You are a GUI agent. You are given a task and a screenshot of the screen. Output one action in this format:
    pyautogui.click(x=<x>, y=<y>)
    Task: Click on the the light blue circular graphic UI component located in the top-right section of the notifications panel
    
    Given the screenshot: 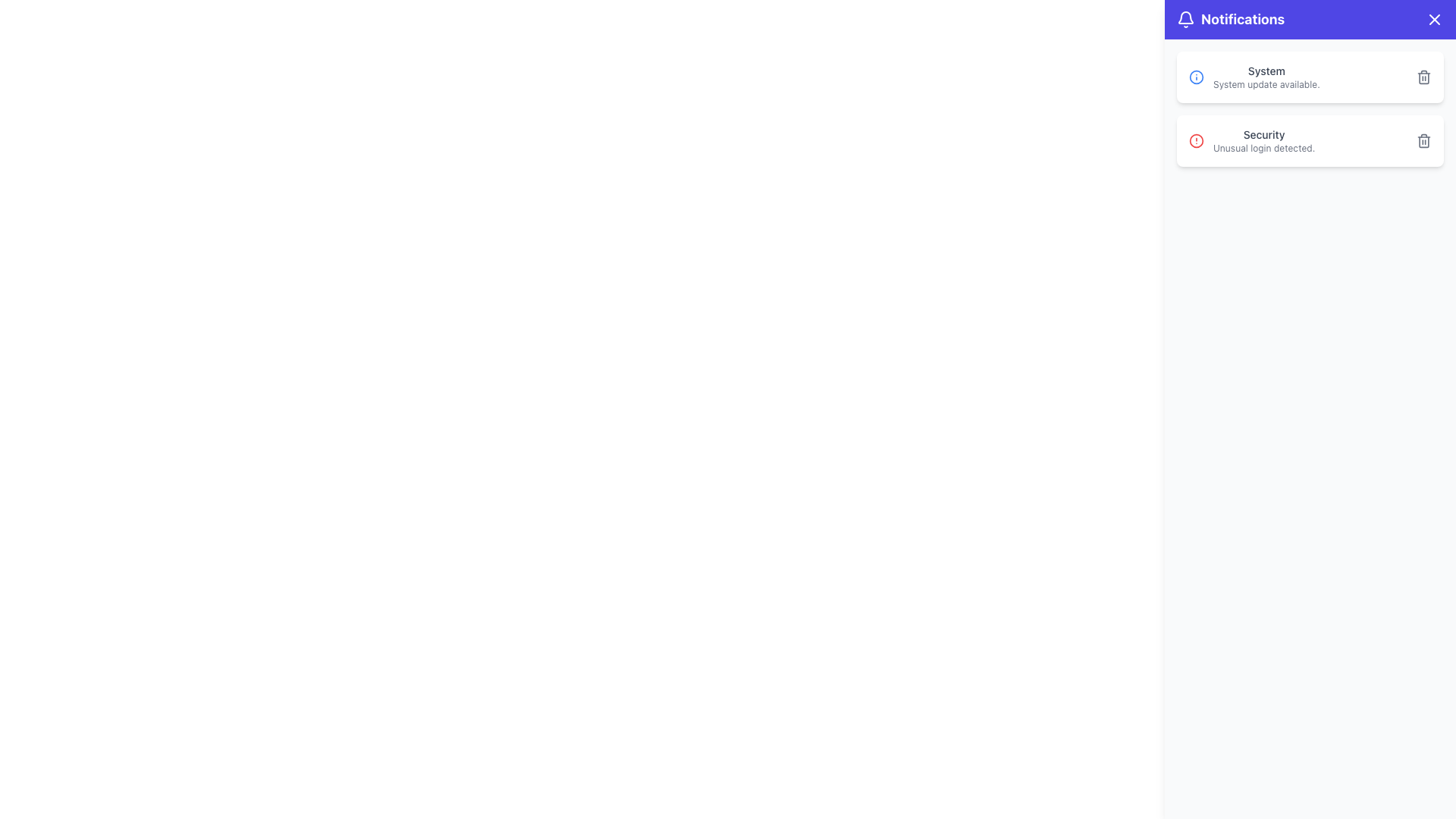 What is the action you would take?
    pyautogui.click(x=1196, y=77)
    